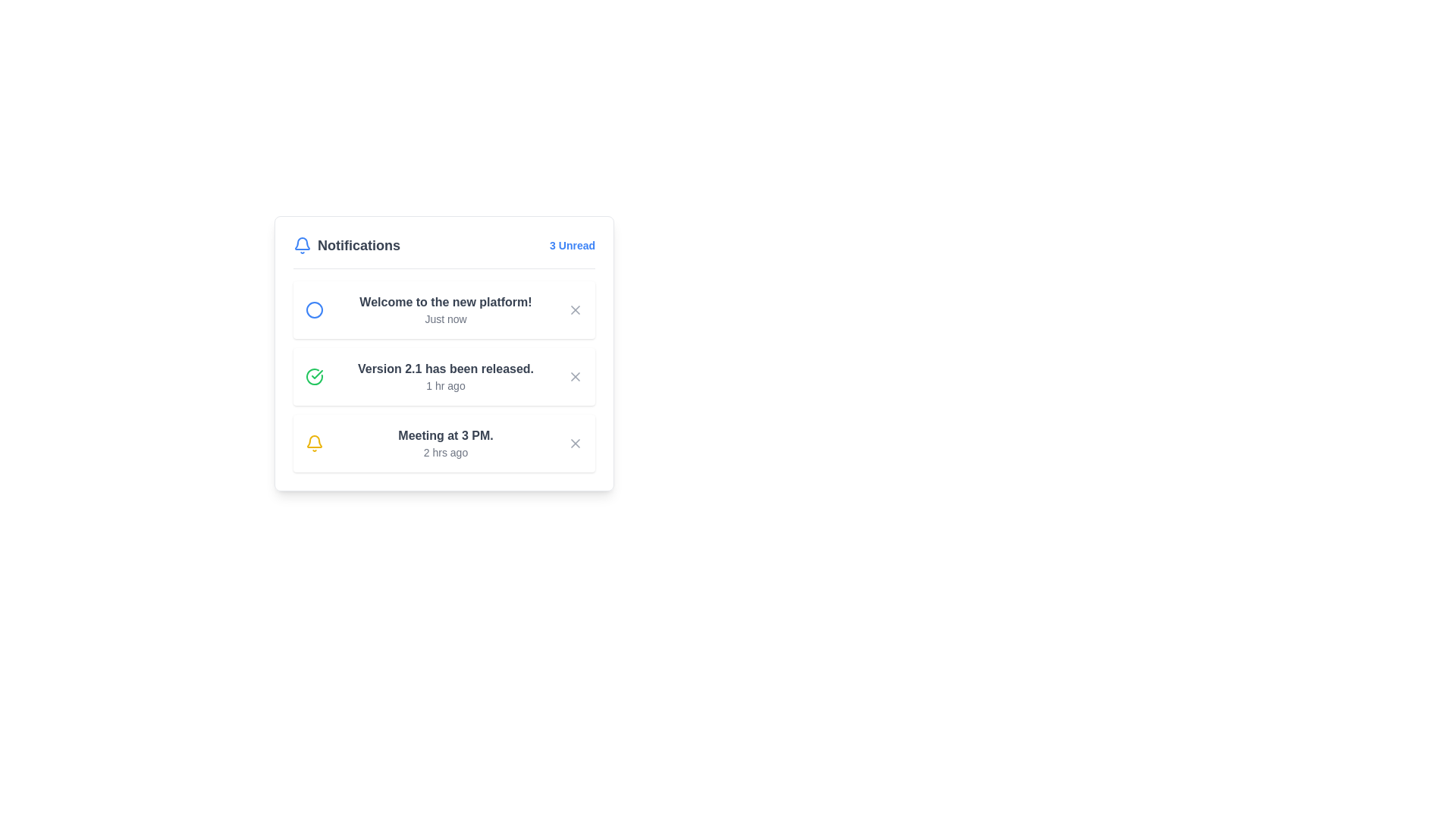  What do you see at coordinates (316, 374) in the screenshot?
I see `the green circular checkmark icon indicating the success status of the notification for 'Version 2.1 has been released.'` at bounding box center [316, 374].